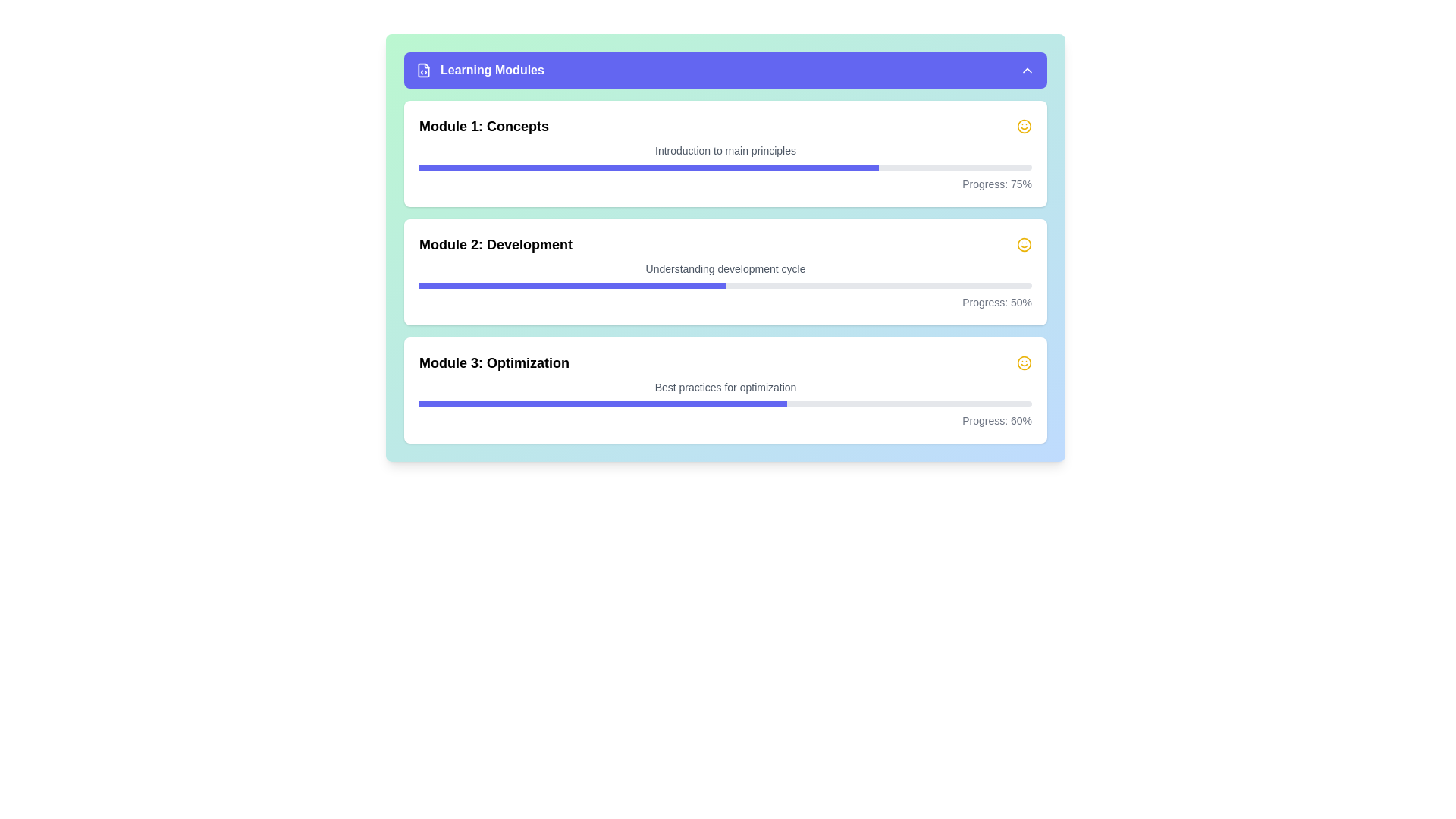  I want to click on the progress bar located within the 'Module 1: Concepts' card, which is gray with a blue segment indicating 75% completion, so click(724, 167).